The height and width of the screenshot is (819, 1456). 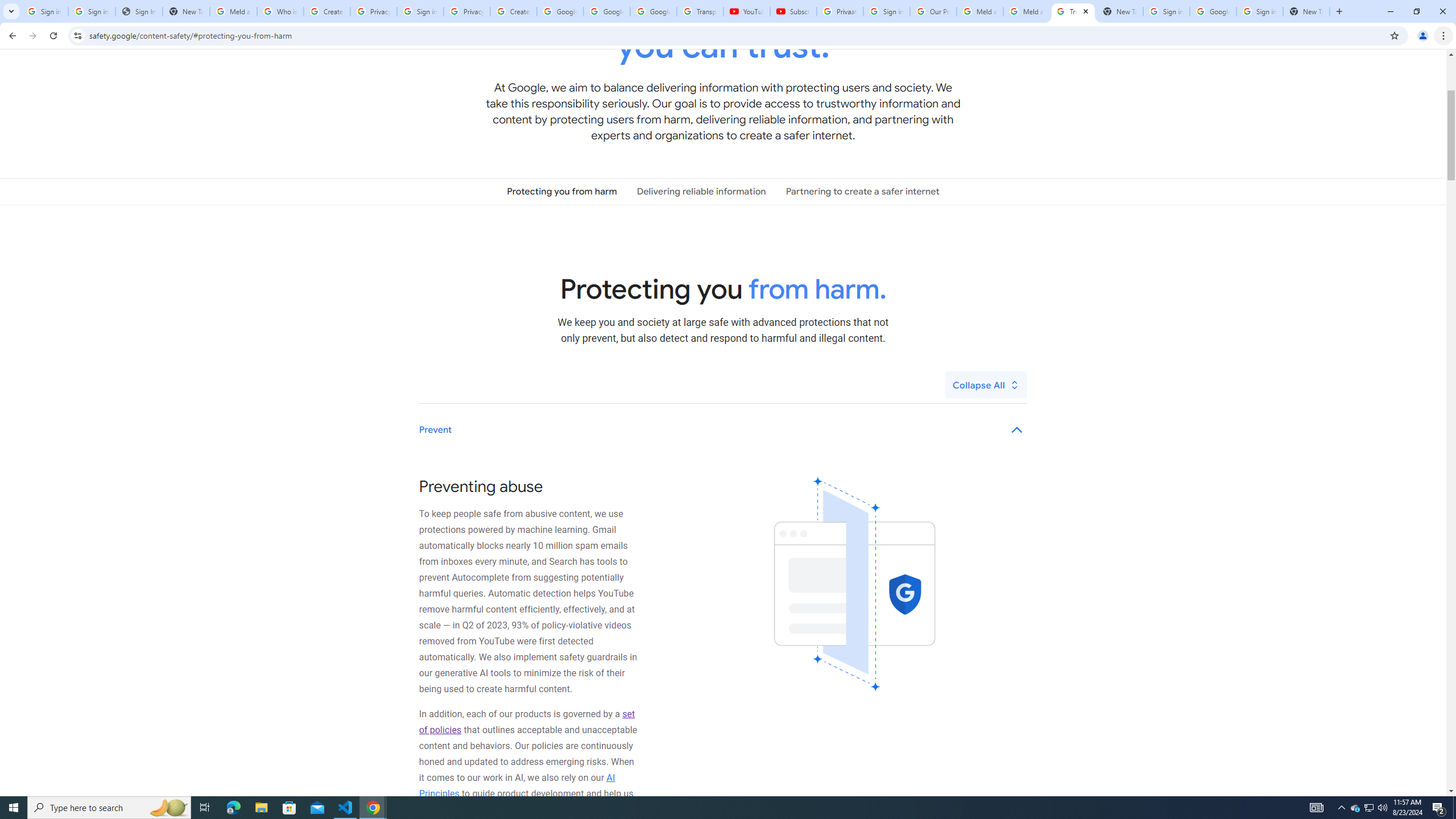 What do you see at coordinates (512, 11) in the screenshot?
I see `'Create your Google Account'` at bounding box center [512, 11].